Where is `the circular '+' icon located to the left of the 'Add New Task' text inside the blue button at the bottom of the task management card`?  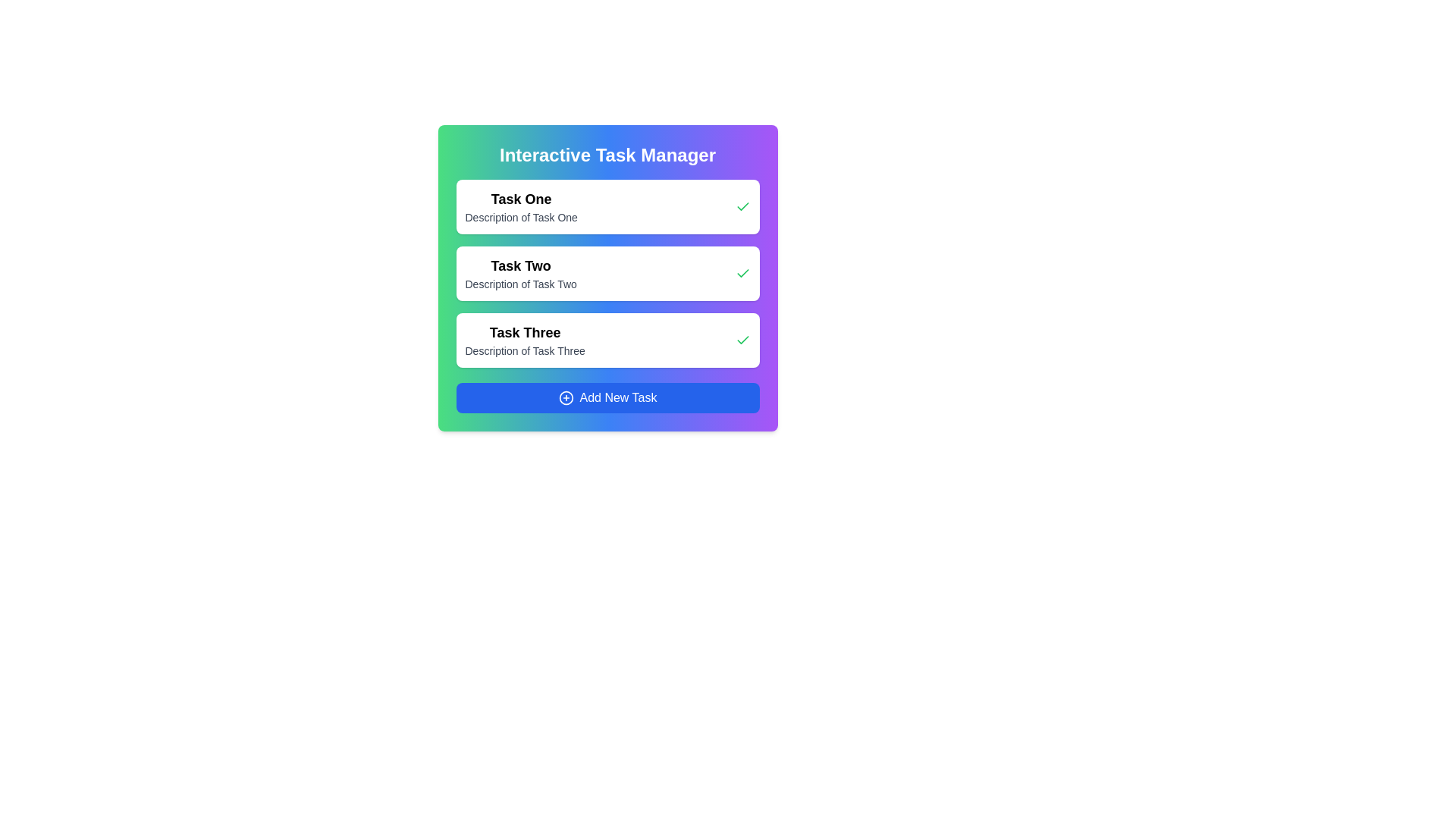
the circular '+' icon located to the left of the 'Add New Task' text inside the blue button at the bottom of the task management card is located at coordinates (565, 397).